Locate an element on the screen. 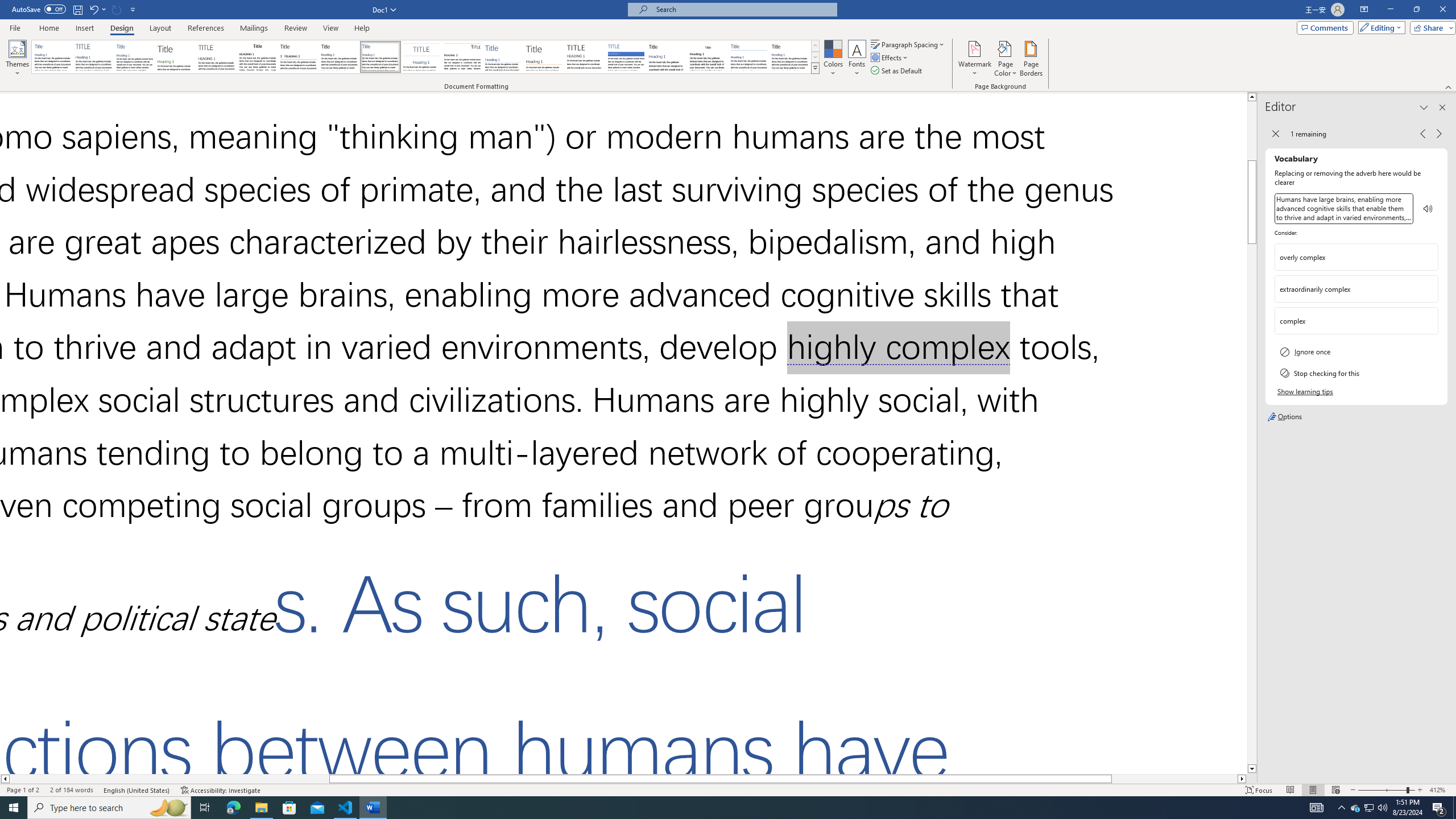 The height and width of the screenshot is (819, 1456). 'Lines (Stylish)' is located at coordinates (544, 56).